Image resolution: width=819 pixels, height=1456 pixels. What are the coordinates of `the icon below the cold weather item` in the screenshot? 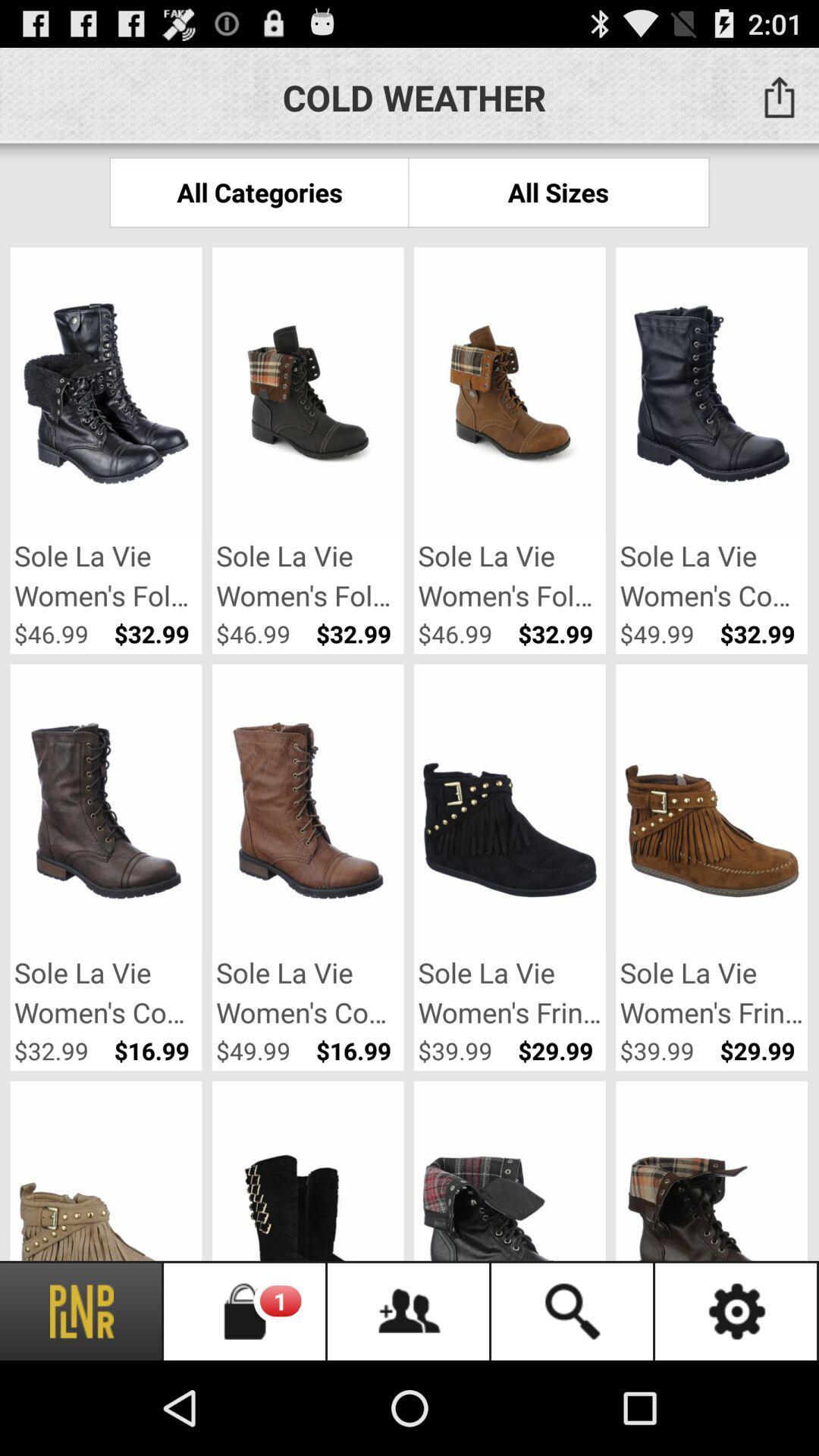 It's located at (259, 191).